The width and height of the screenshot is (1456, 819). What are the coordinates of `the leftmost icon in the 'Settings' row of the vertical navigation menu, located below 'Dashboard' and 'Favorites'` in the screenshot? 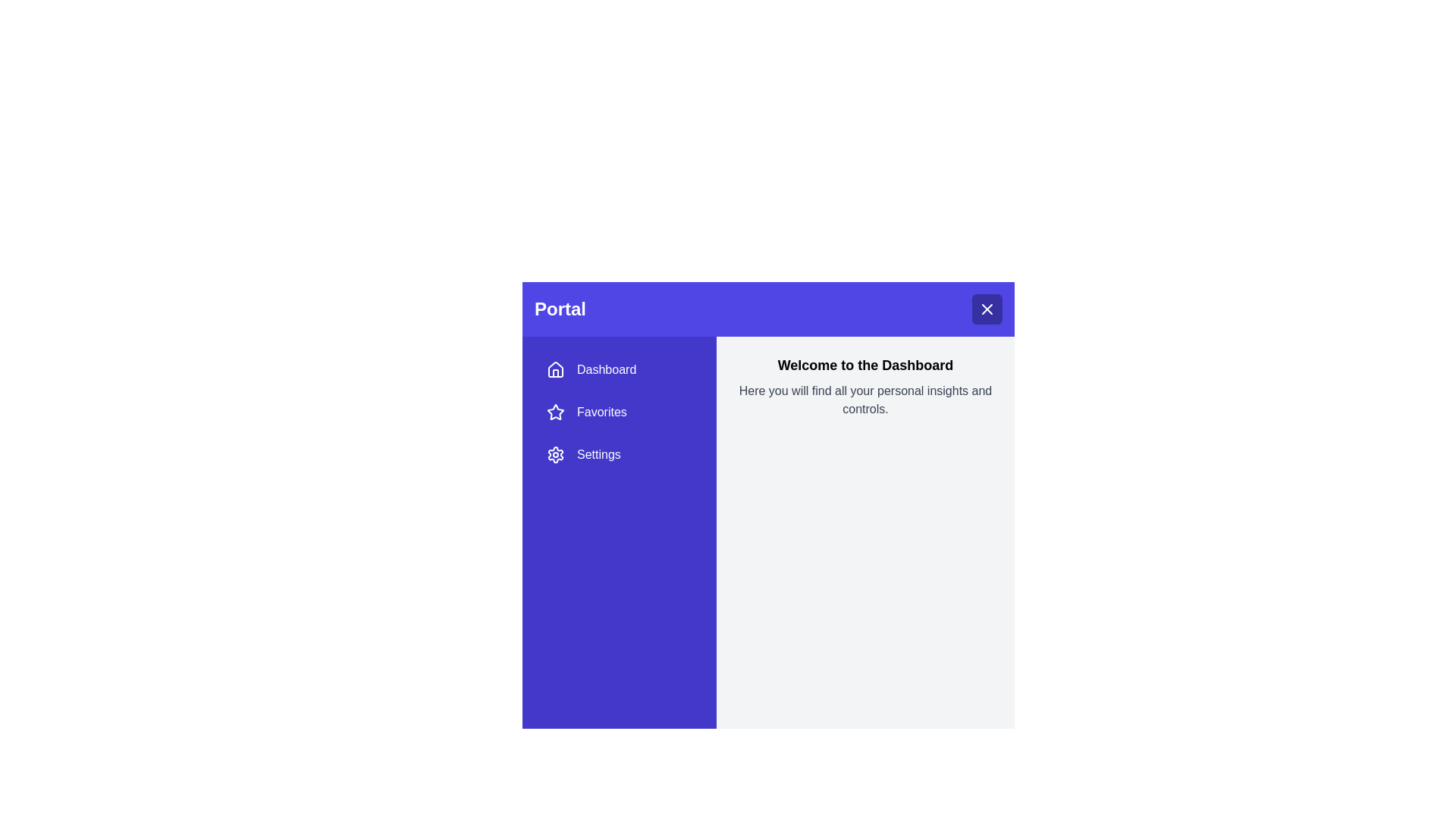 It's located at (555, 454).